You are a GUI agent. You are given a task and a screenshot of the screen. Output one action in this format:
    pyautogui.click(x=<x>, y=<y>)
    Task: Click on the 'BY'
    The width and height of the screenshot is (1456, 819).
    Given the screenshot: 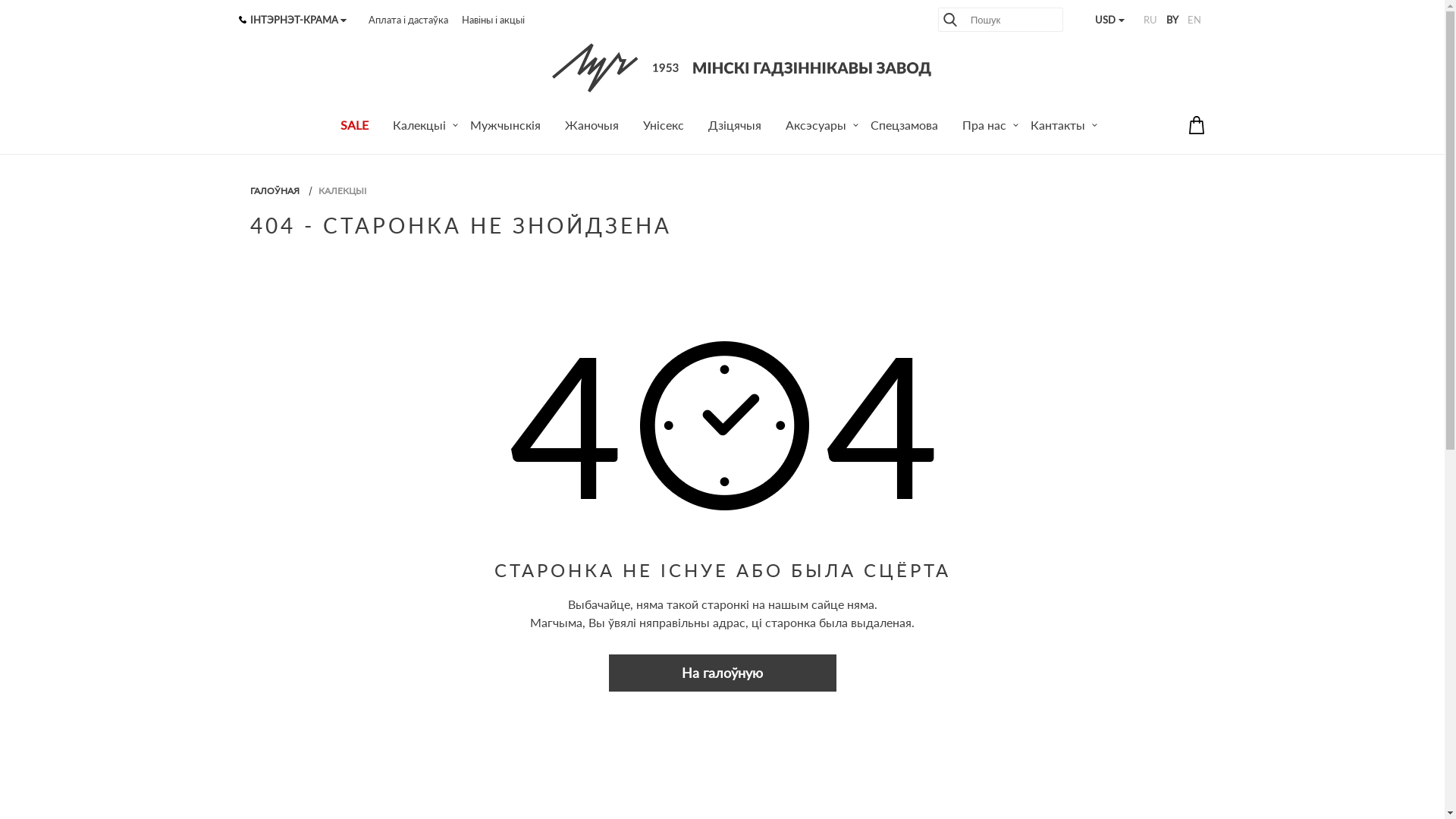 What is the action you would take?
    pyautogui.click(x=1171, y=20)
    